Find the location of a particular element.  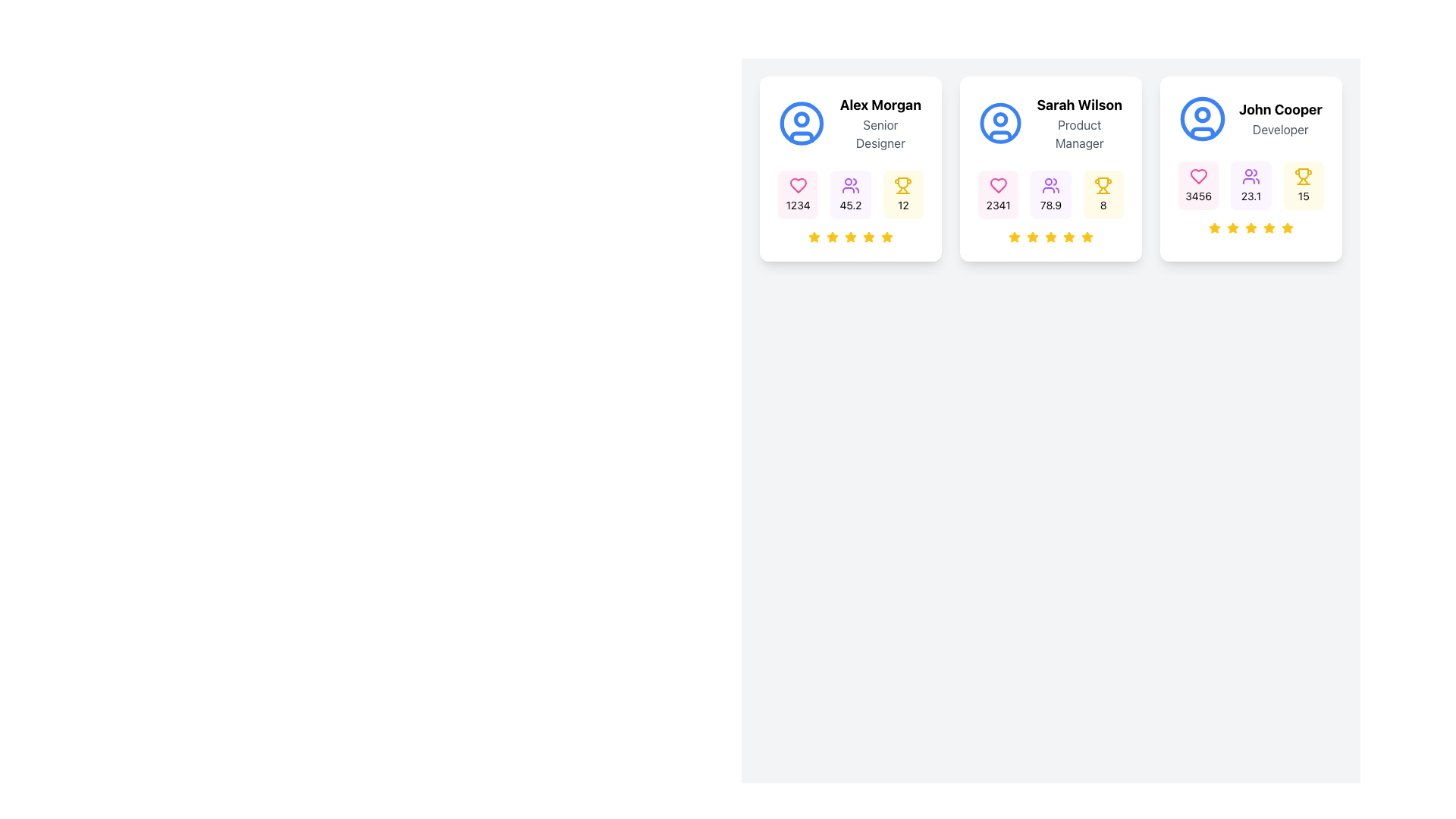

a star icon in the rating display located at the bottom of the card labeled 'Alex Morgan Senior Designer' to change the rating is located at coordinates (851, 237).